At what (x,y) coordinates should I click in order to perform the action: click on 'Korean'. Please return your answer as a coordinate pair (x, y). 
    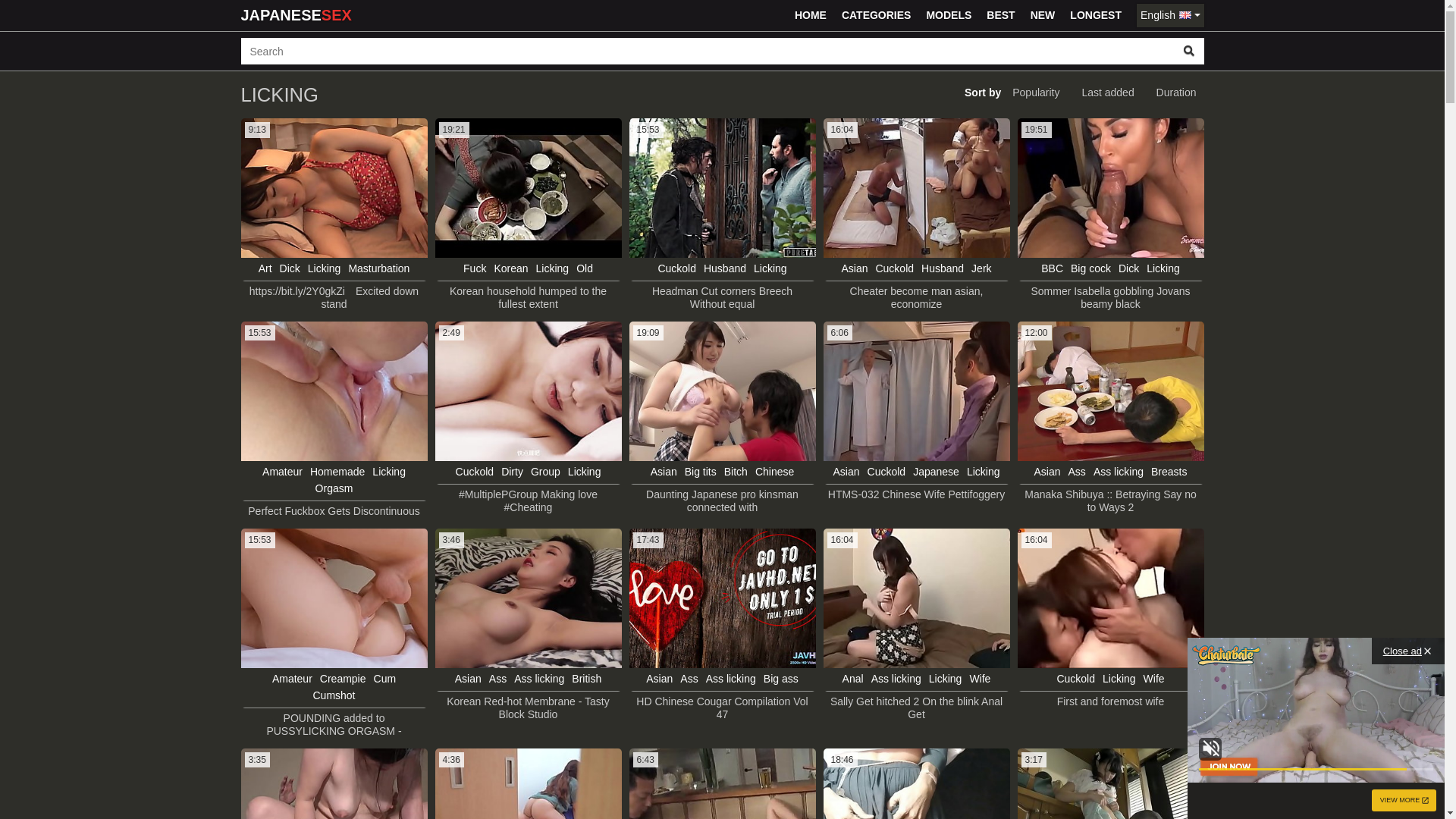
    Looking at the image, I should click on (510, 268).